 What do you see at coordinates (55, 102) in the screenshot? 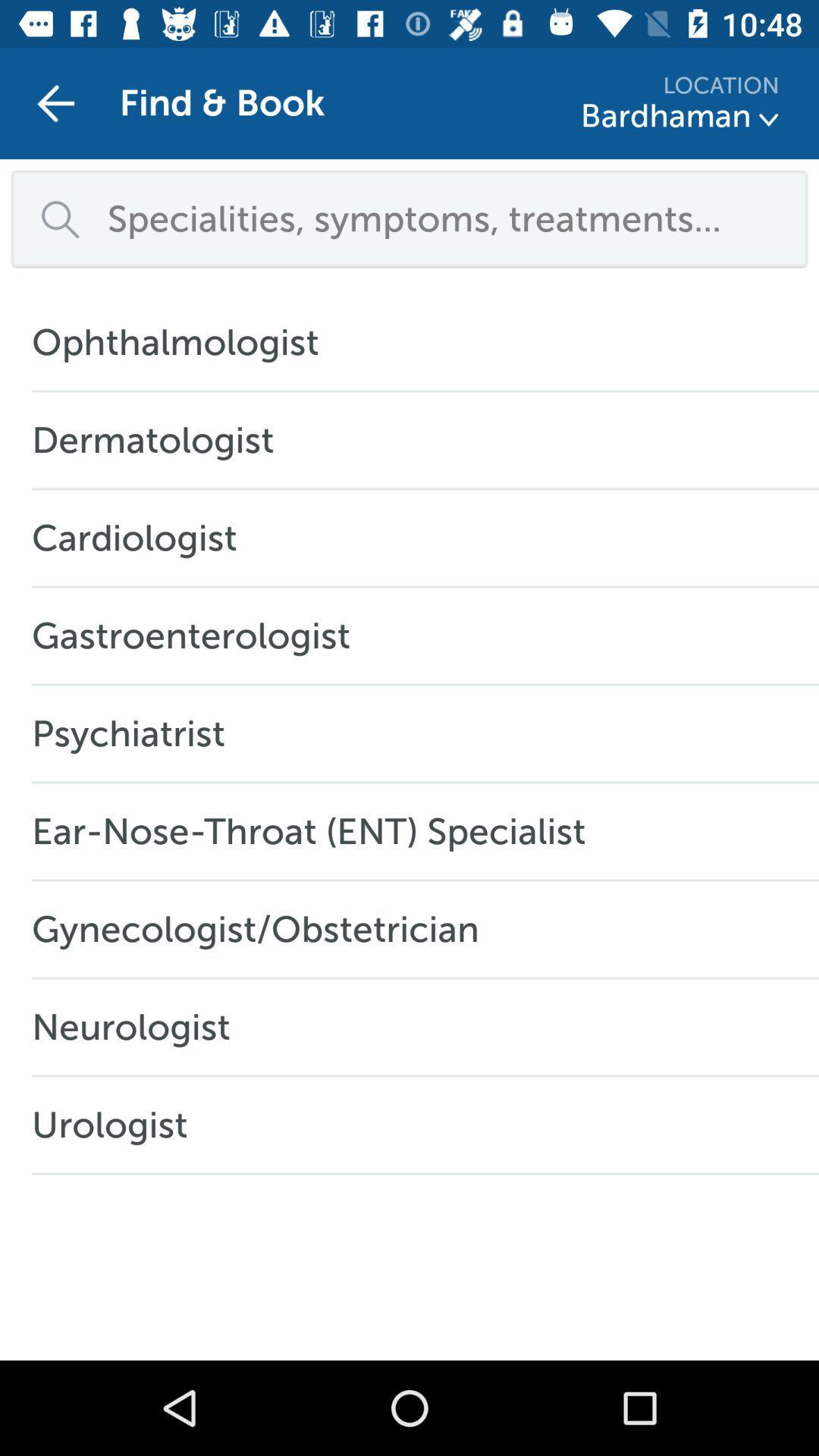
I see `go back` at bounding box center [55, 102].